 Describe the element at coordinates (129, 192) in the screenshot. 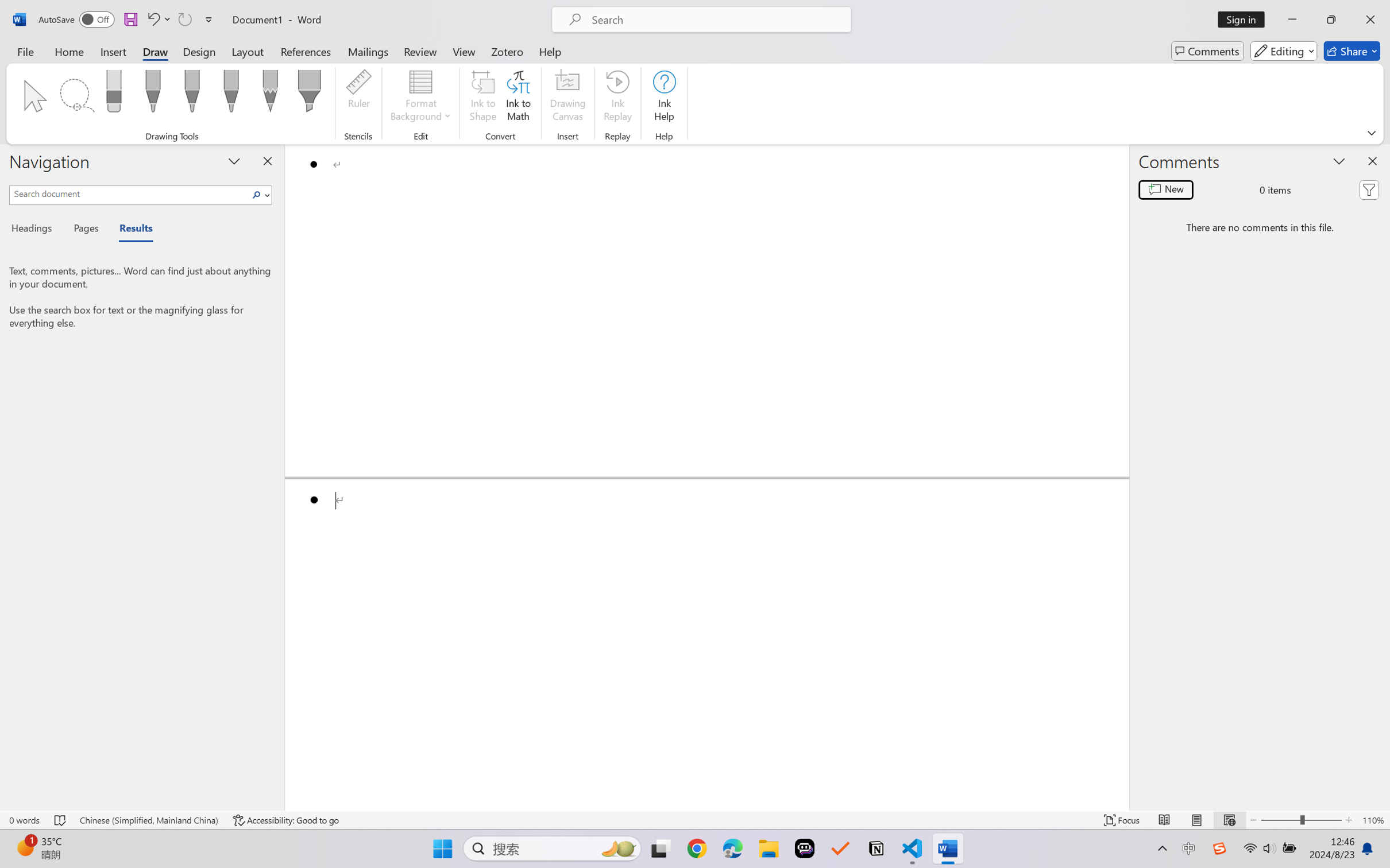

I see `'Search document'` at that location.